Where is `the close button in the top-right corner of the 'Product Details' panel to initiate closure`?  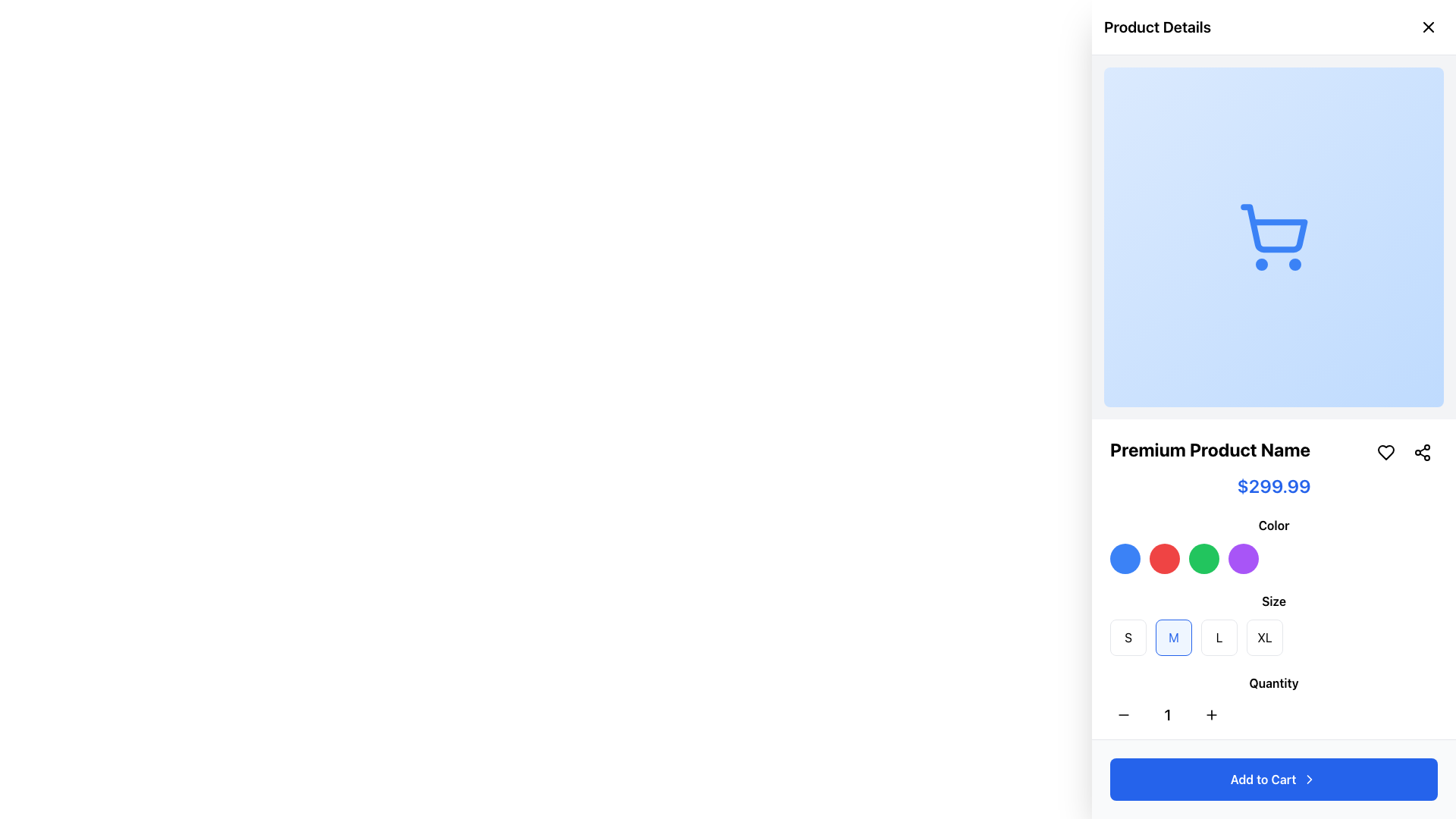 the close button in the top-right corner of the 'Product Details' panel to initiate closure is located at coordinates (1427, 27).